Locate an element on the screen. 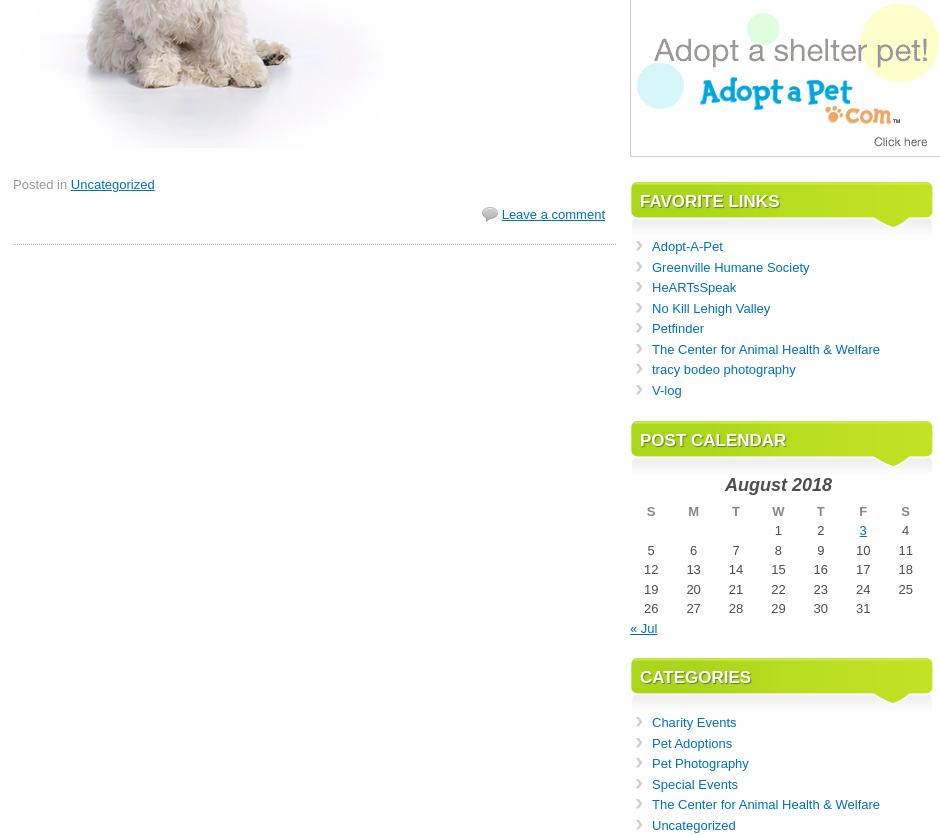 This screenshot has width=940, height=835. 'Charity Events' is located at coordinates (693, 722).